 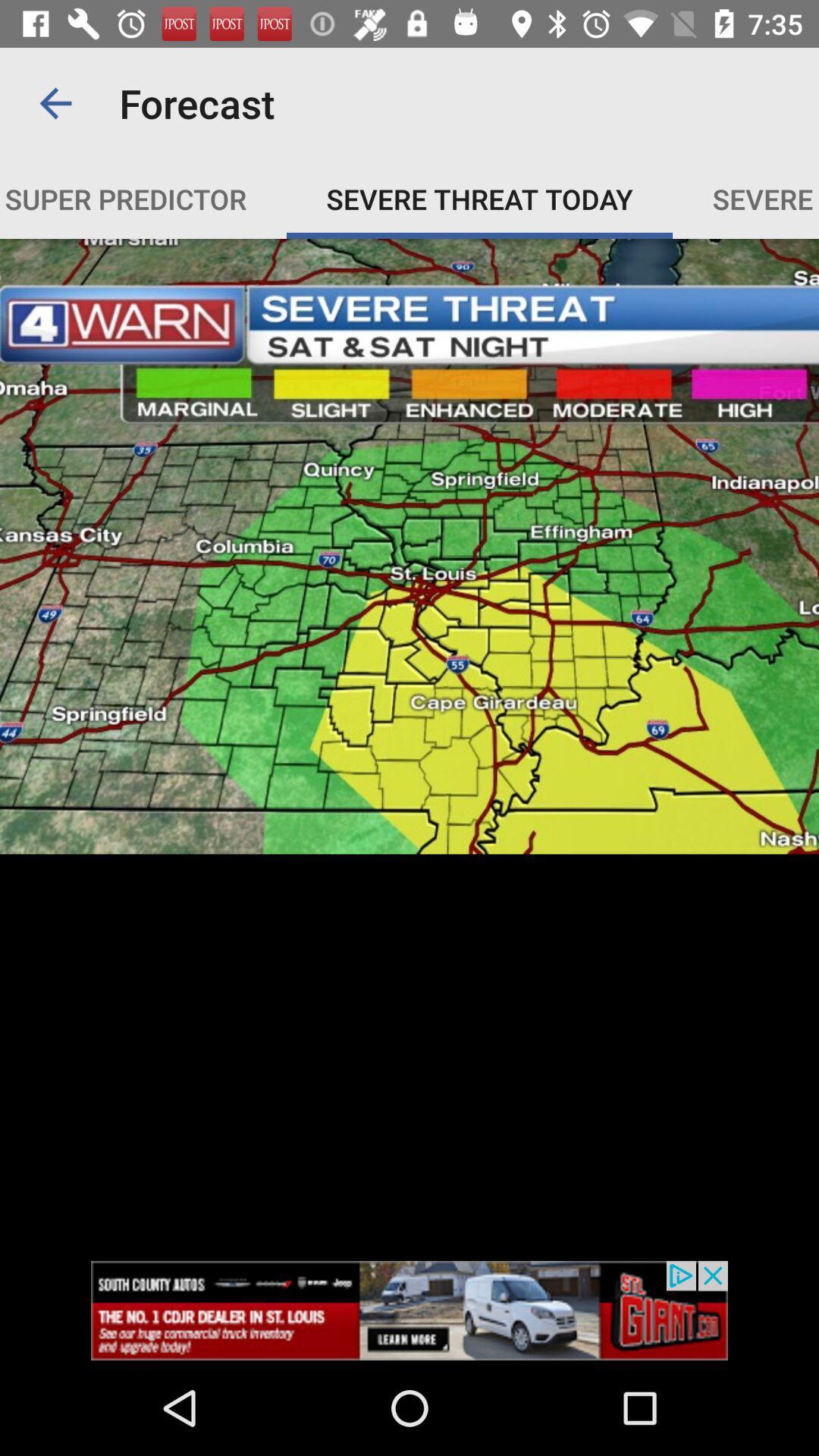 I want to click on advertisement website, so click(x=409, y=1310).